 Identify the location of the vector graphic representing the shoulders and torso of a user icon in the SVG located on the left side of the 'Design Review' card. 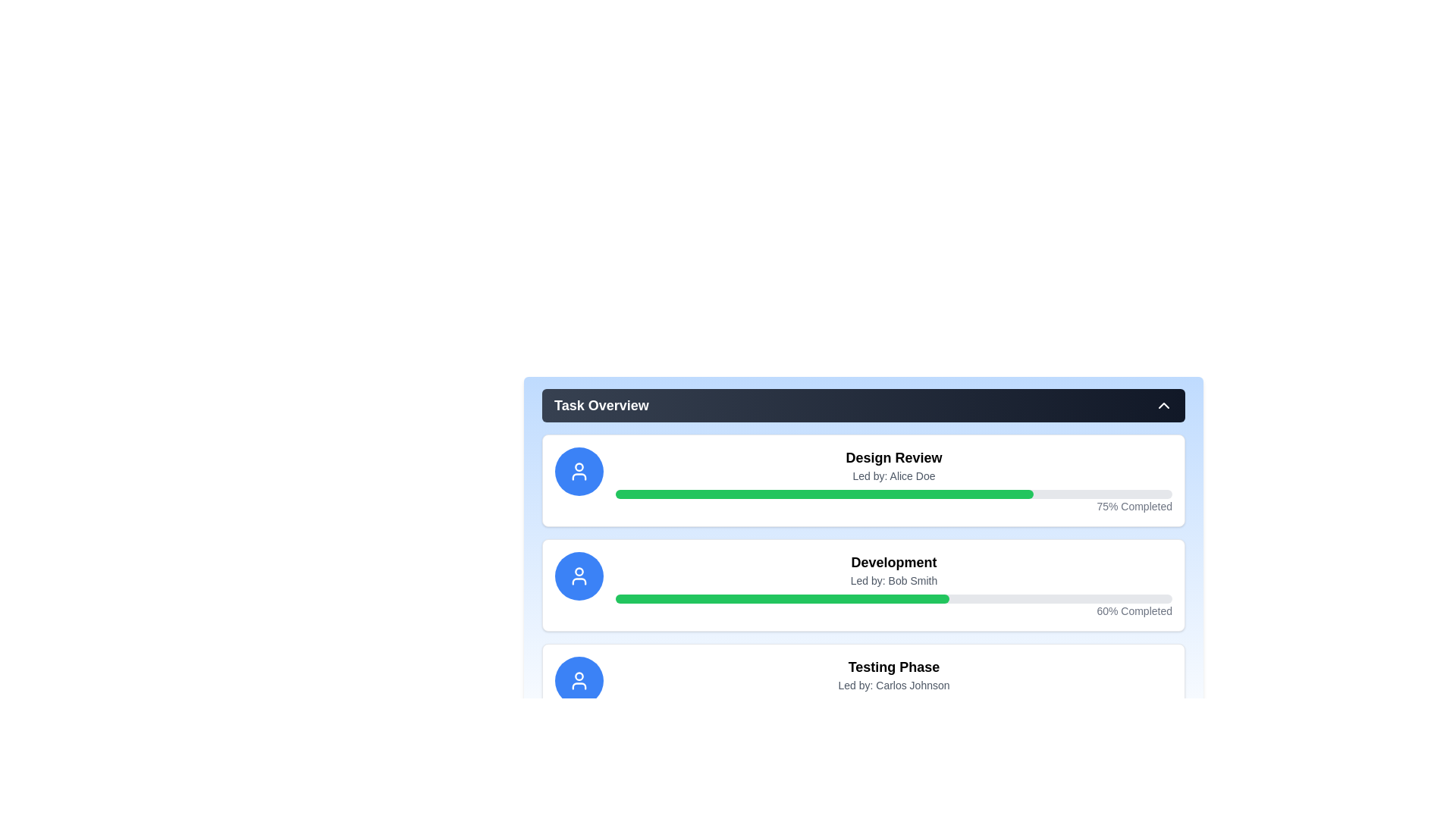
(578, 475).